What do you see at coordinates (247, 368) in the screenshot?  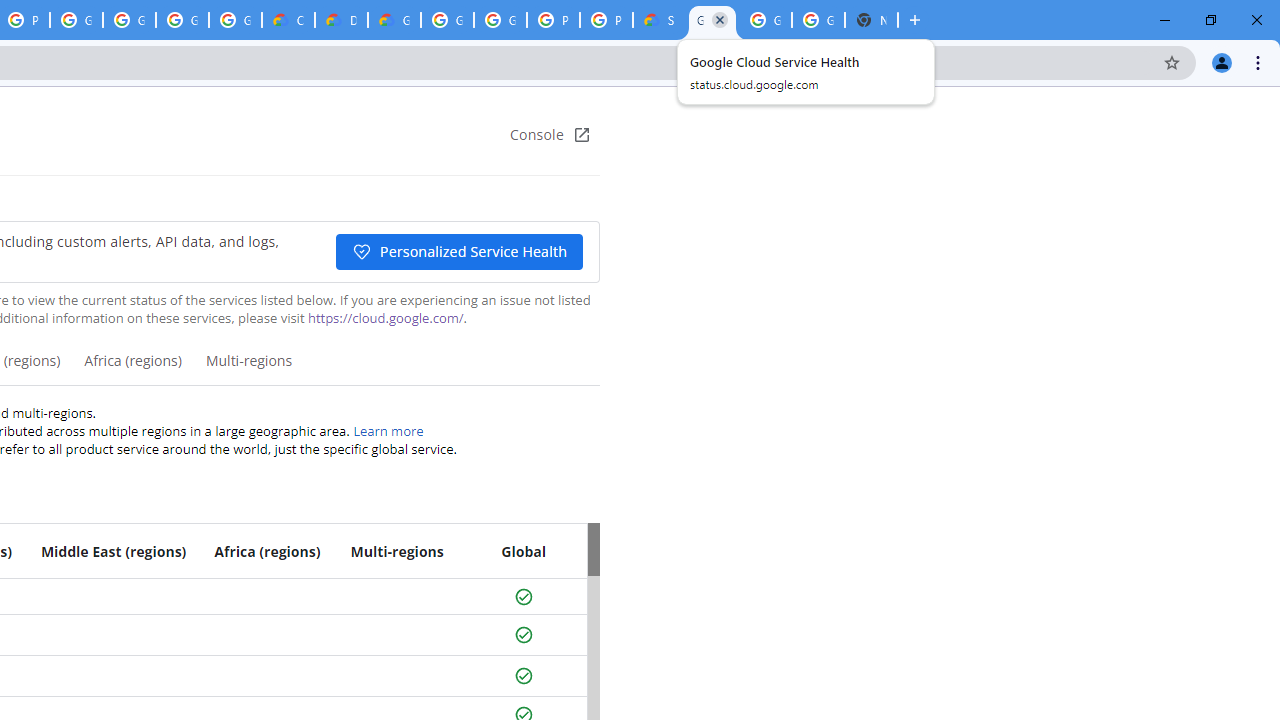 I see `'Multi-regions'` at bounding box center [247, 368].